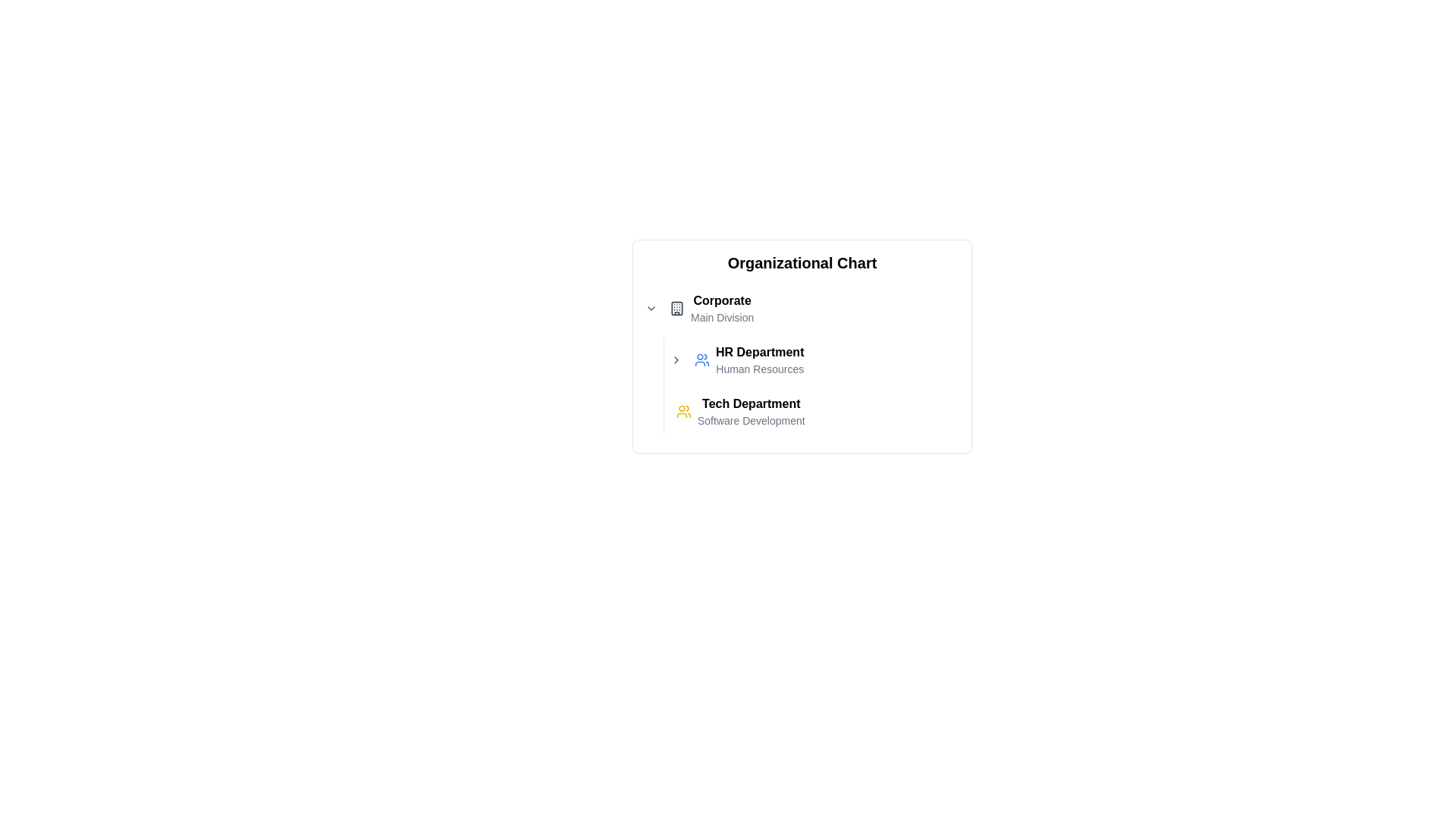  Describe the element at coordinates (740, 412) in the screenshot. I see `the 'Tech Department' text item, which includes a bold title and a subtitle` at that location.